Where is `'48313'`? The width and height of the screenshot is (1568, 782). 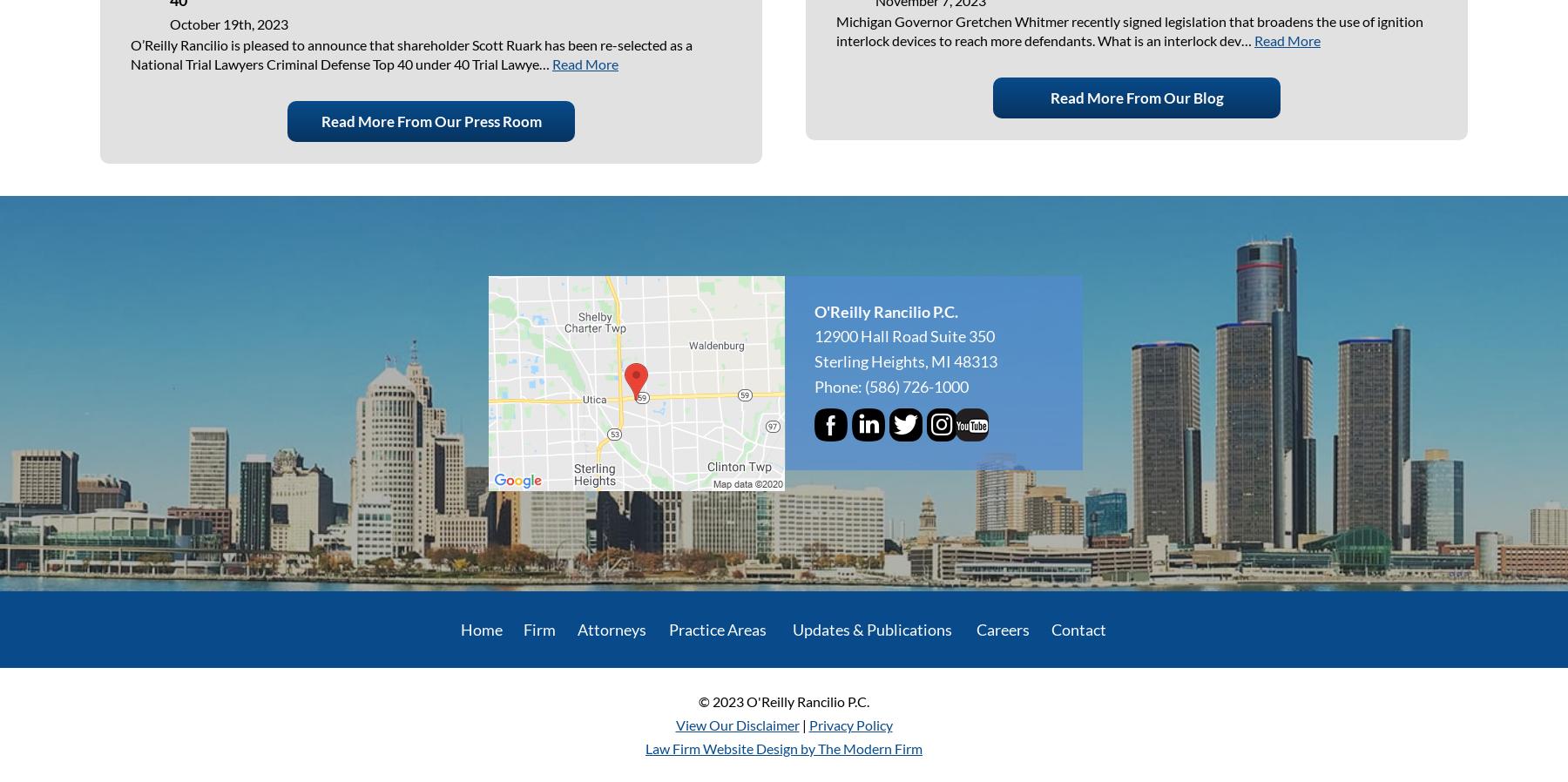 '48313' is located at coordinates (975, 361).